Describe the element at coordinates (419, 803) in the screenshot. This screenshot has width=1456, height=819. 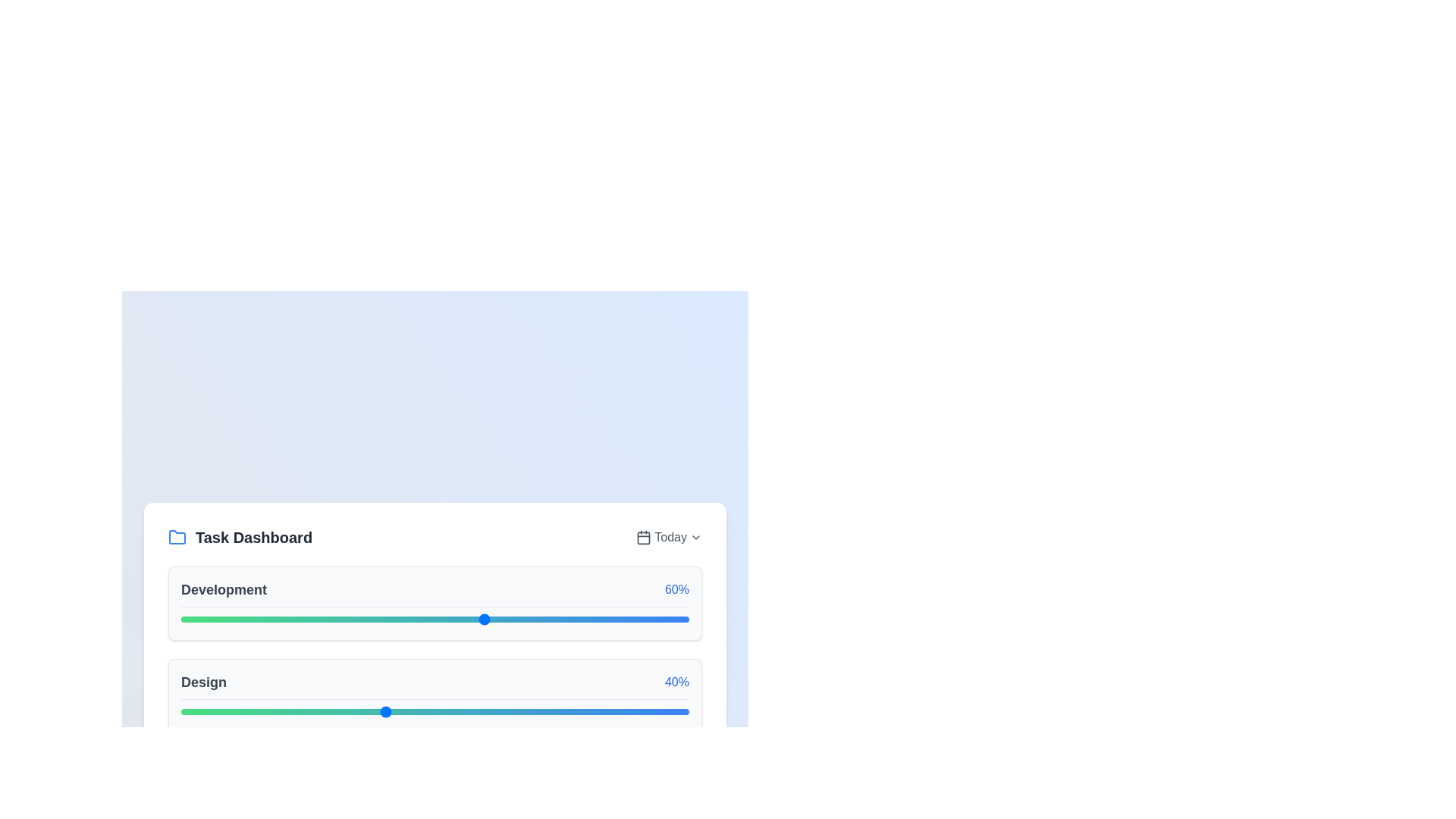
I see `the slider value` at that location.